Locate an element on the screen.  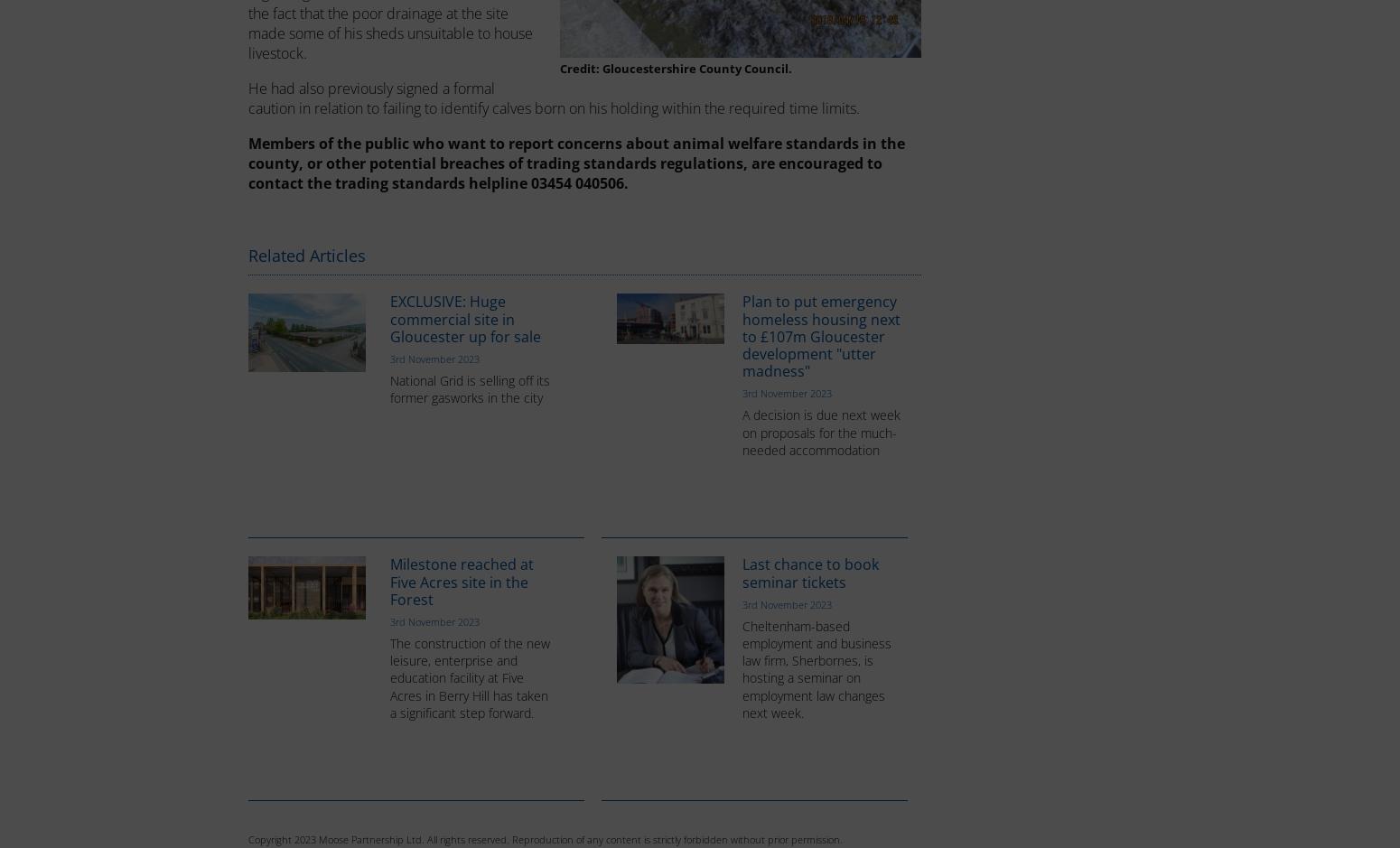
'Members of the public who want to report concerns about animal welfare standards in the county, or other potential breaches of trading standards regulations, are encouraged to contact the trading standards helpline 03454 040506.' is located at coordinates (575, 163).